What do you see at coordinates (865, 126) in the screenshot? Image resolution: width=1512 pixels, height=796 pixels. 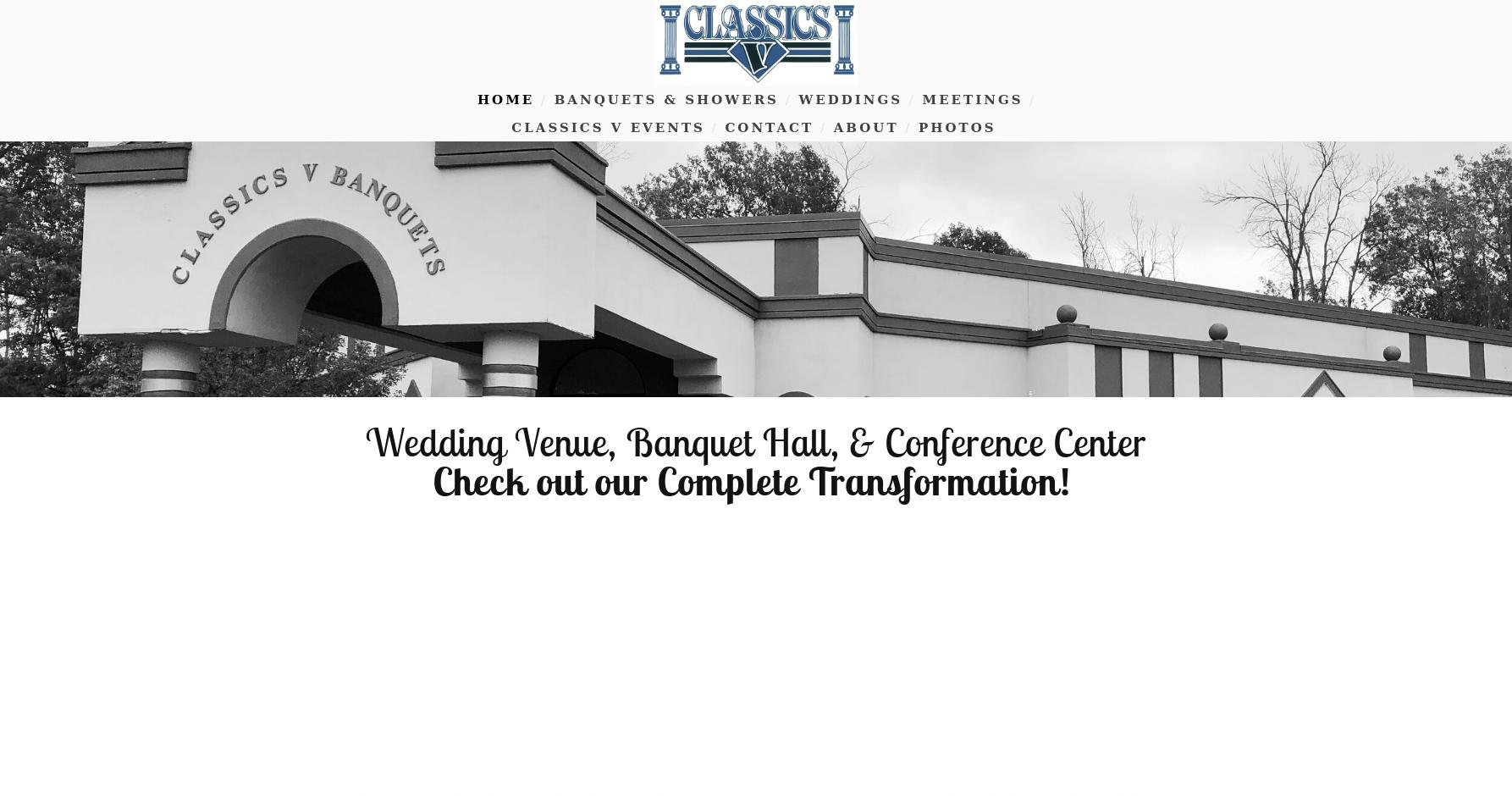 I see `'About'` at bounding box center [865, 126].